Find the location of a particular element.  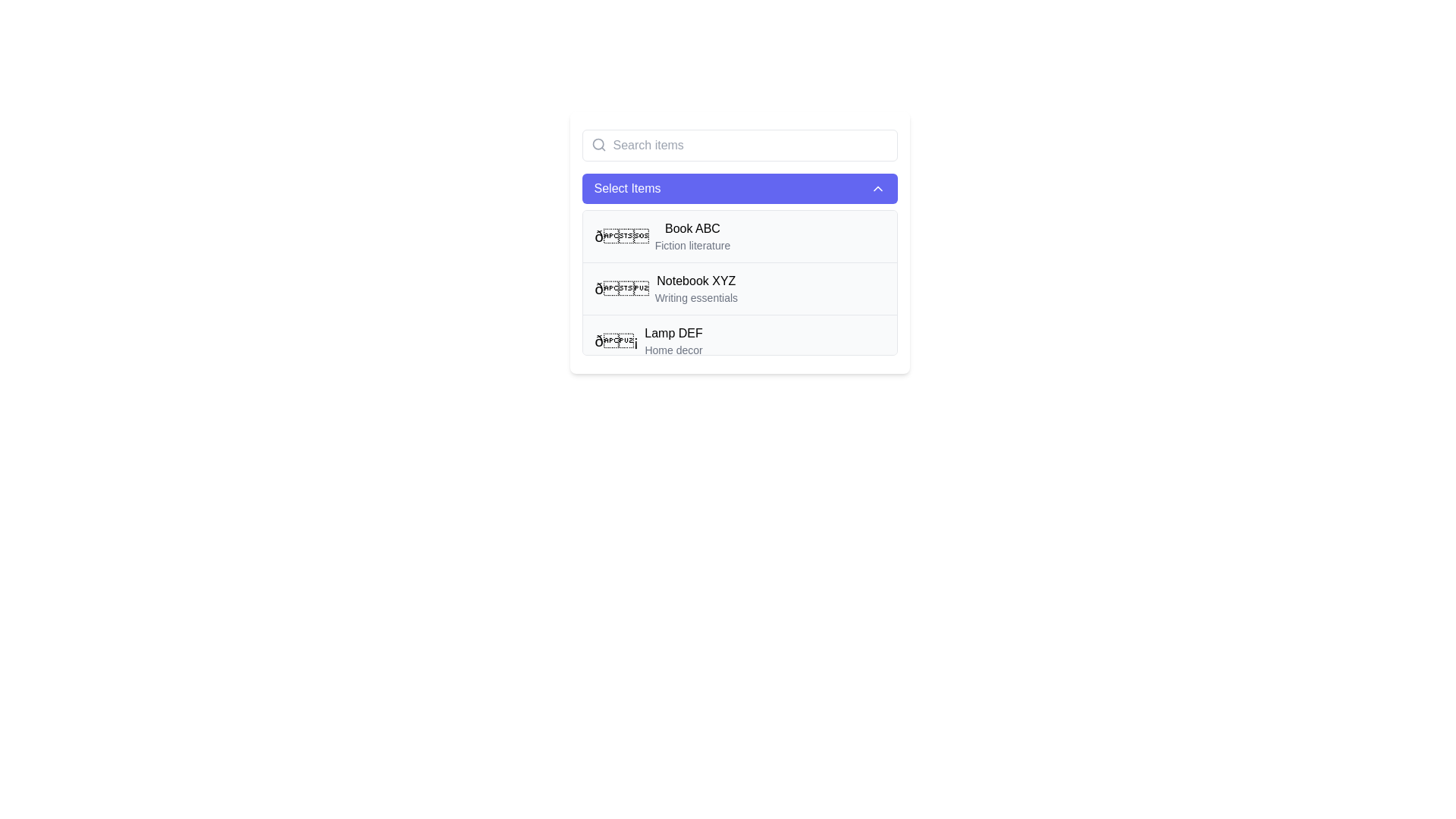

the non-interactive text label or subtitle located below the 'Lamp DEF' label, which provides additional context for the list item is located at coordinates (673, 350).